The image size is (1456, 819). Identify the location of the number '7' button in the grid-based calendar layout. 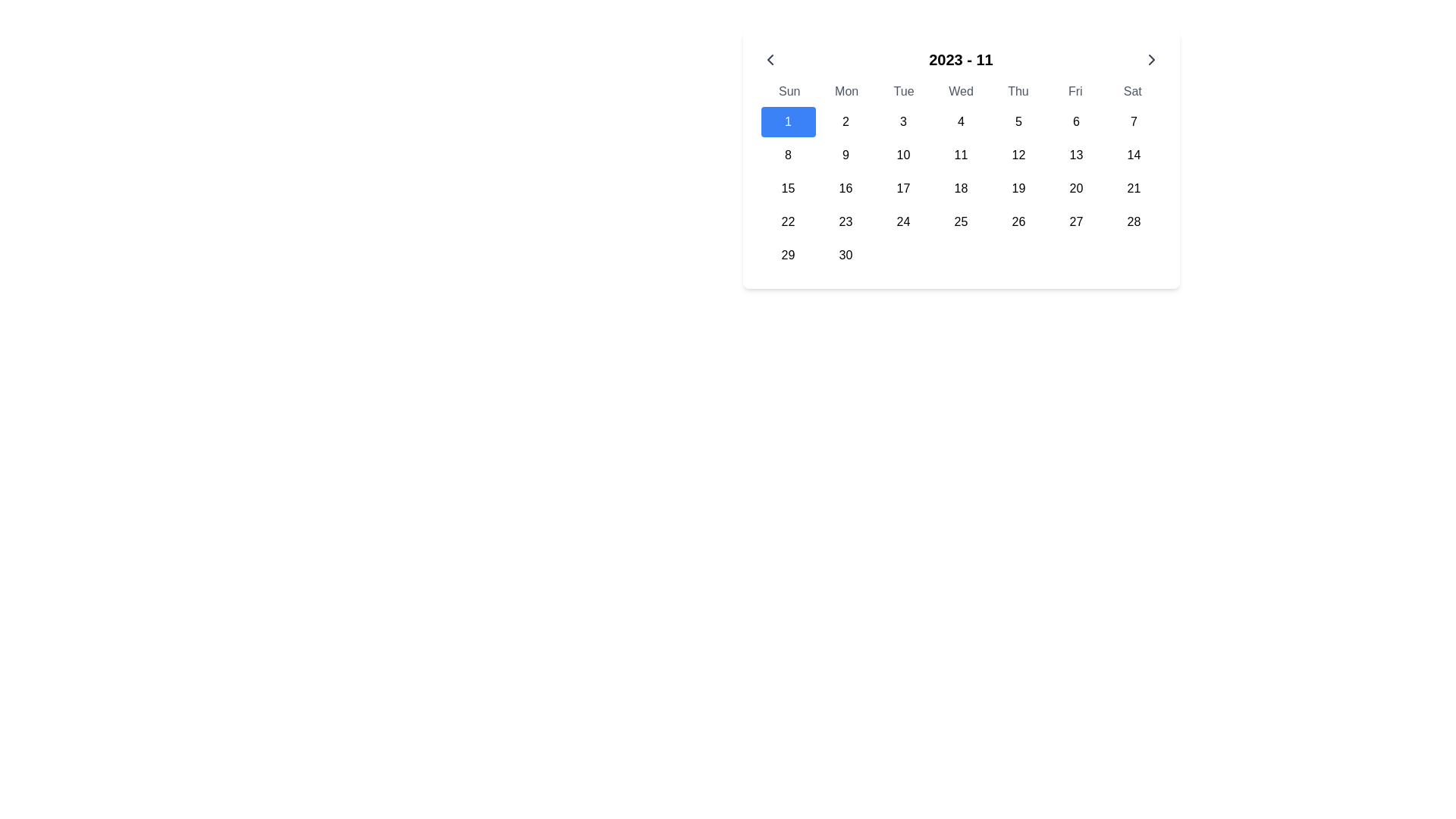
(1134, 121).